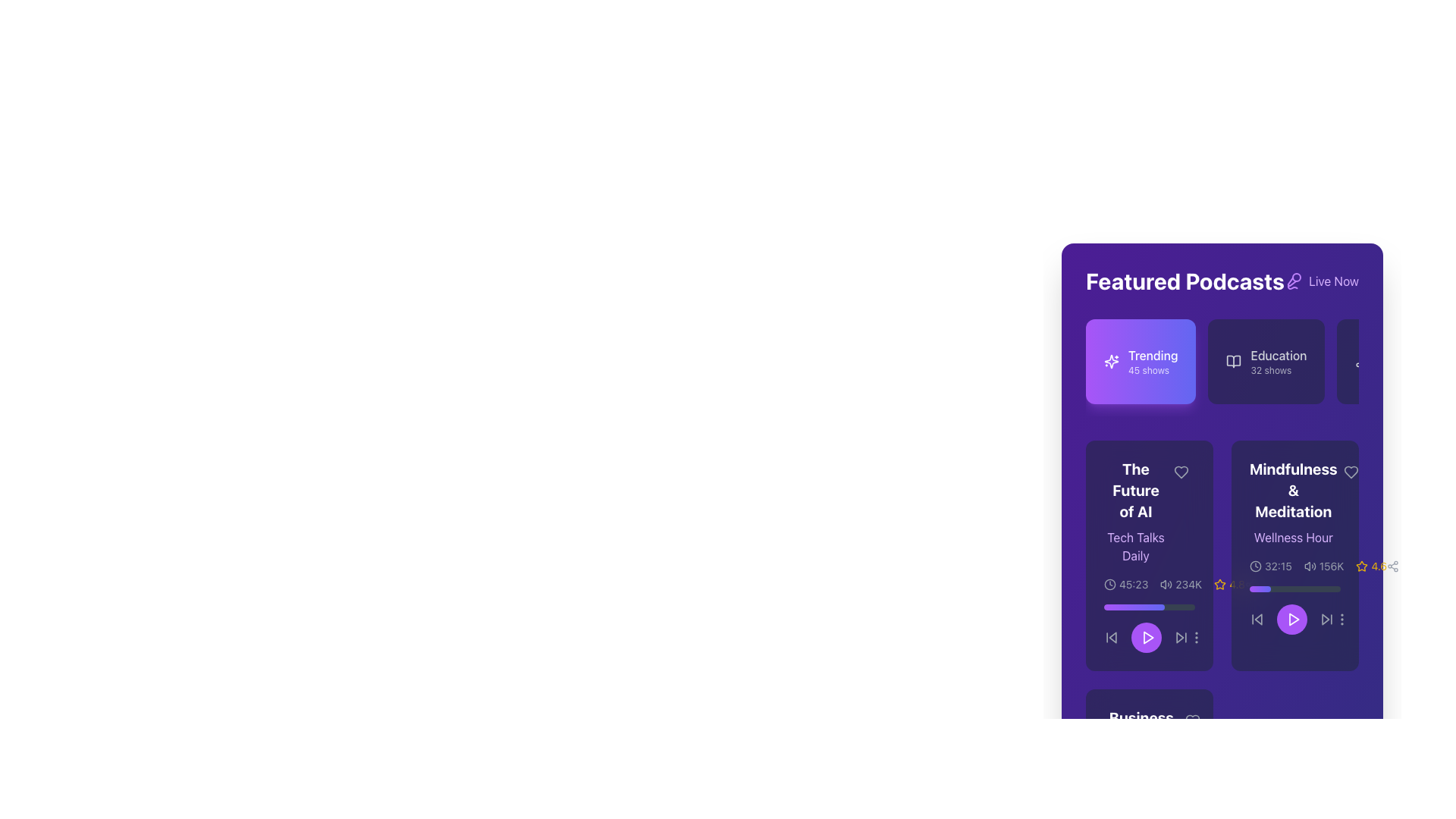 The image size is (1456, 819). What do you see at coordinates (1294, 610) in the screenshot?
I see `the play button located centrally within the control section of the 'Mindfulness & Meditation' card` at bounding box center [1294, 610].